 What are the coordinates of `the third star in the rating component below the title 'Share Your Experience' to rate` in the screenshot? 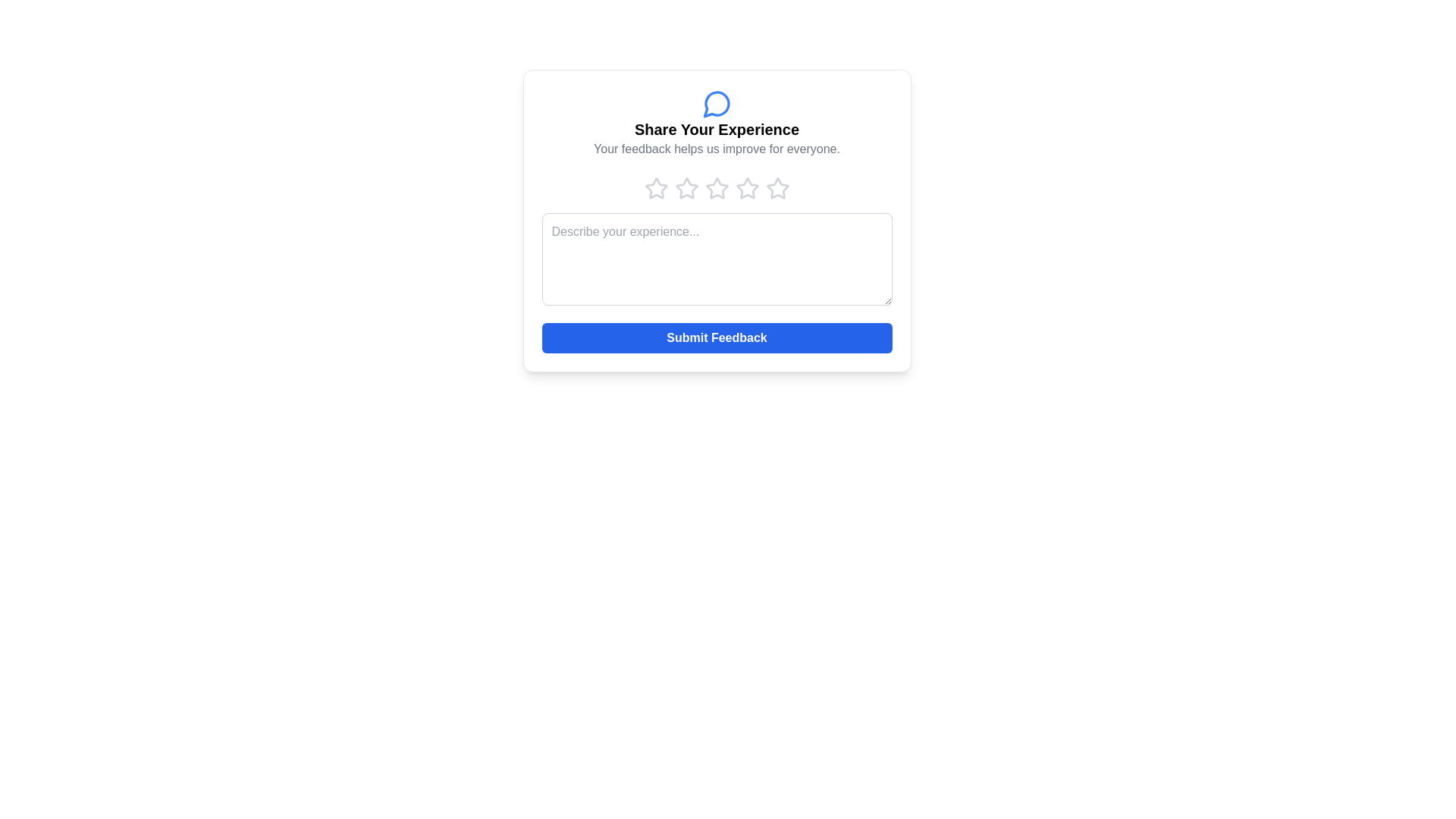 It's located at (716, 187).